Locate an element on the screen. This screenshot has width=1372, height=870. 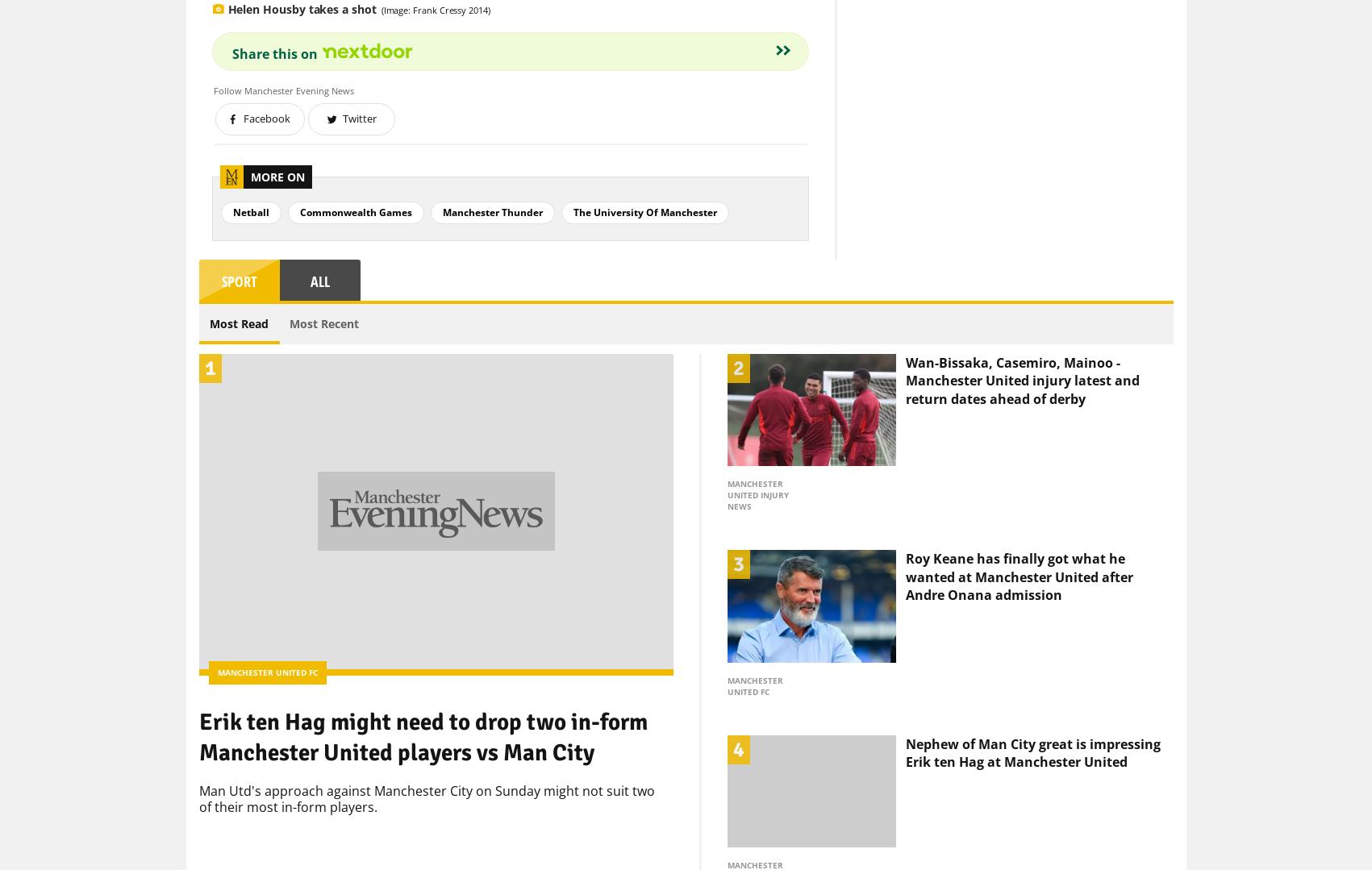
'Commonwealth Games' is located at coordinates (298, 184).